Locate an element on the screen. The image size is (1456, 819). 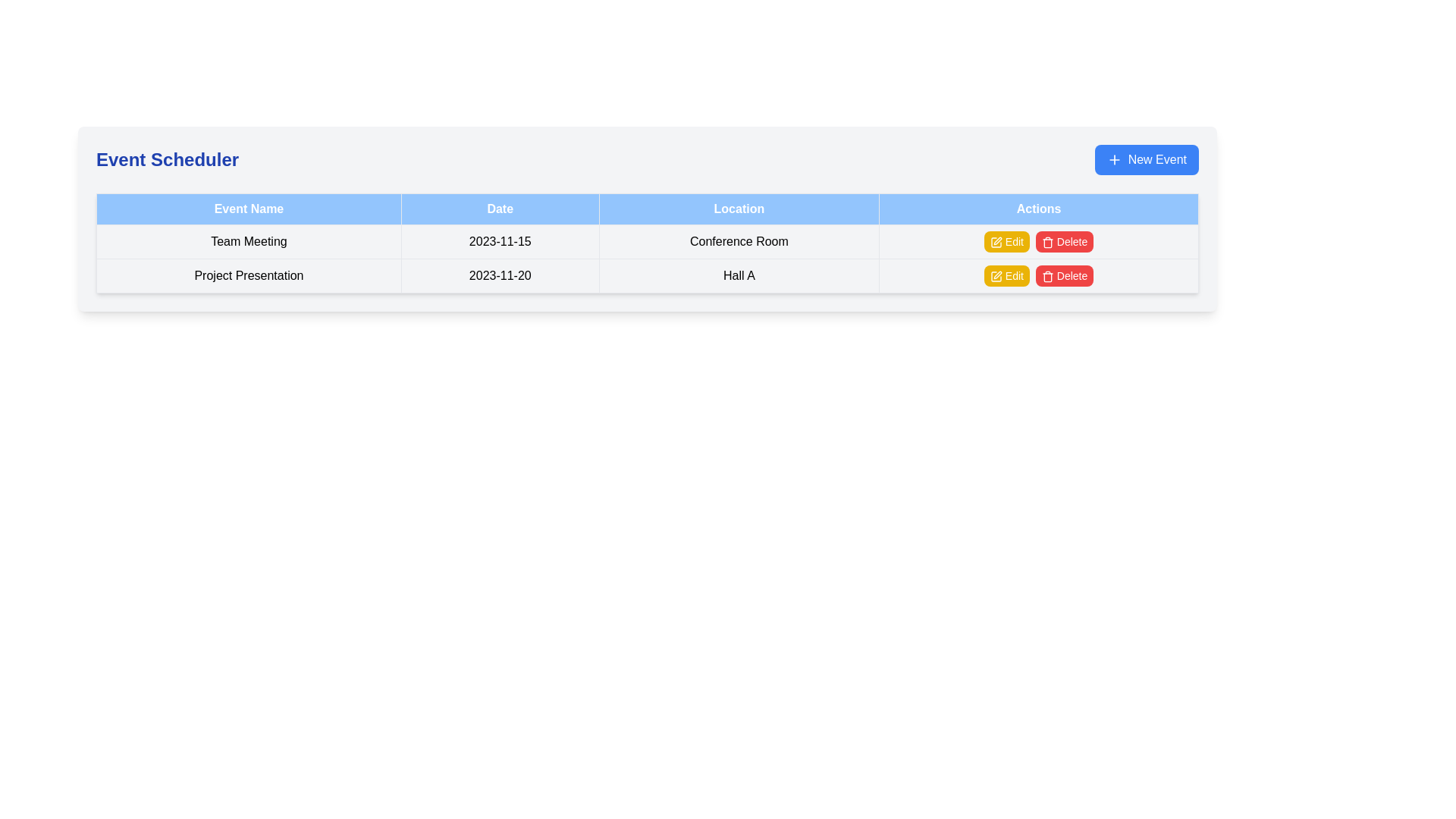
the 'Date' text header element, which is the second heading in a row of four, styled with a light blue background is located at coordinates (500, 209).